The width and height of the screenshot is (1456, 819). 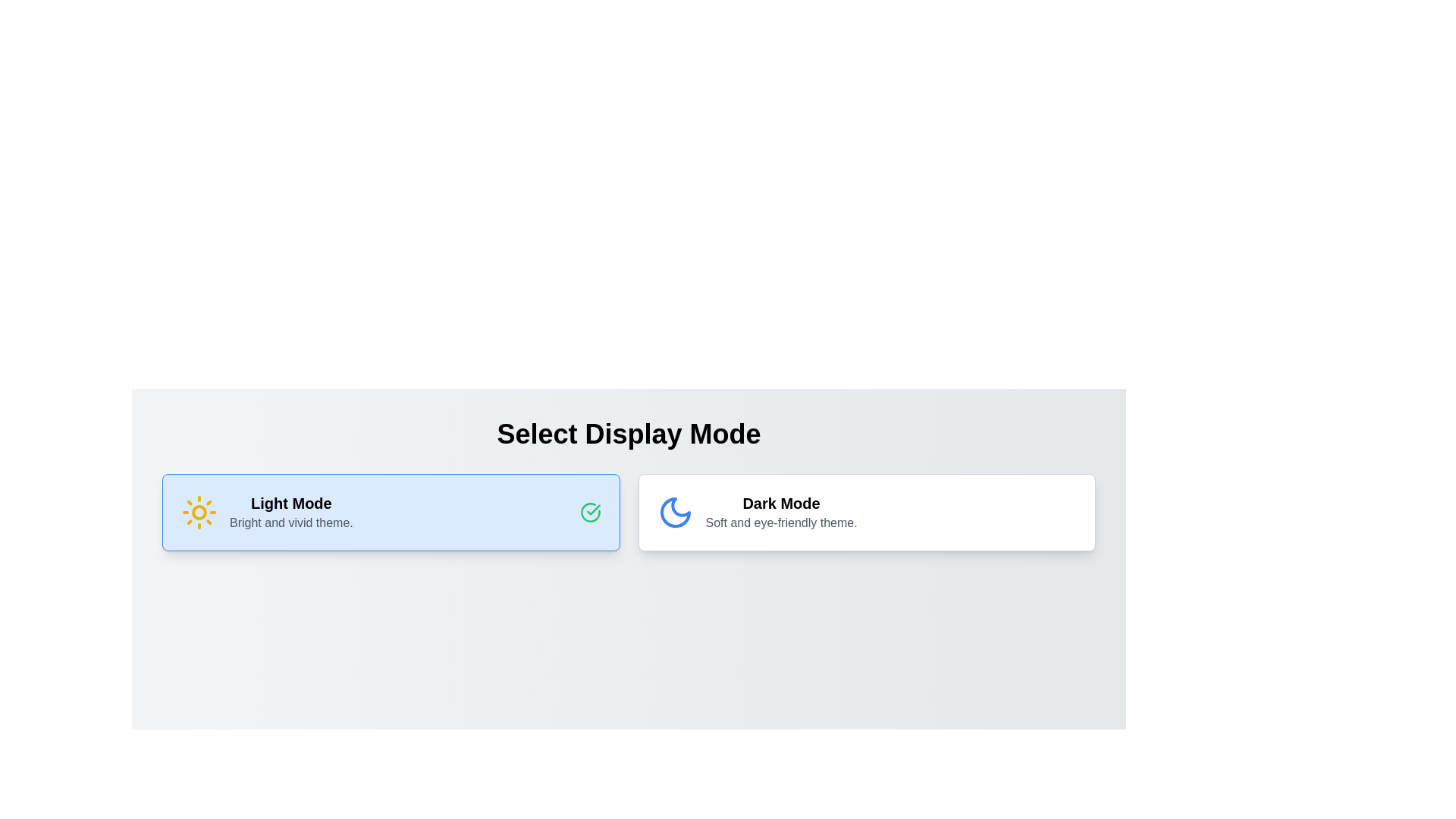 What do you see at coordinates (199, 512) in the screenshot?
I see `the circular center of the sun icon, which is part of the 'Light Mode' button, visually represented as a golden yellow circle with a radius of approximately 4 units` at bounding box center [199, 512].